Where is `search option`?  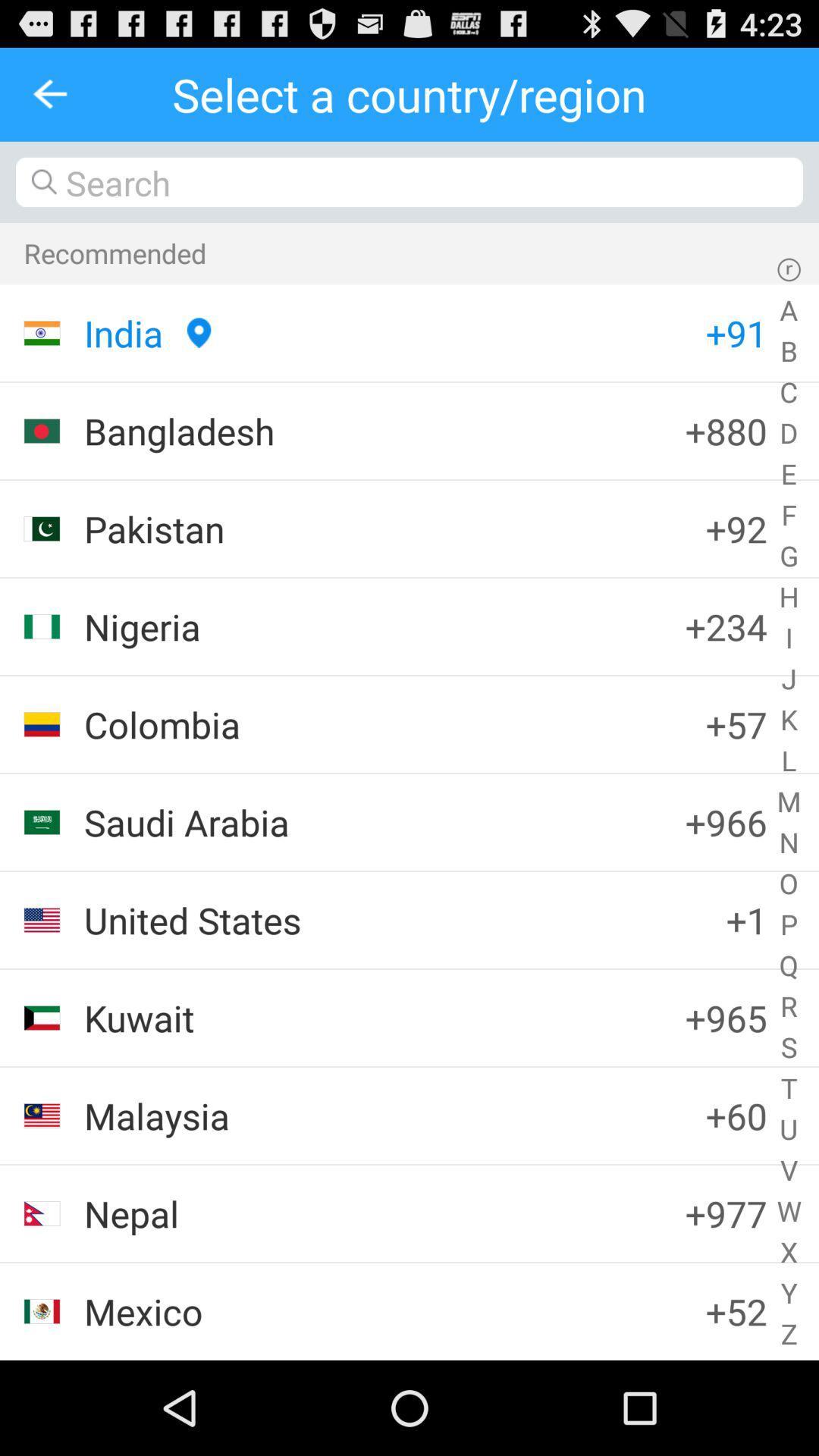
search option is located at coordinates (409, 182).